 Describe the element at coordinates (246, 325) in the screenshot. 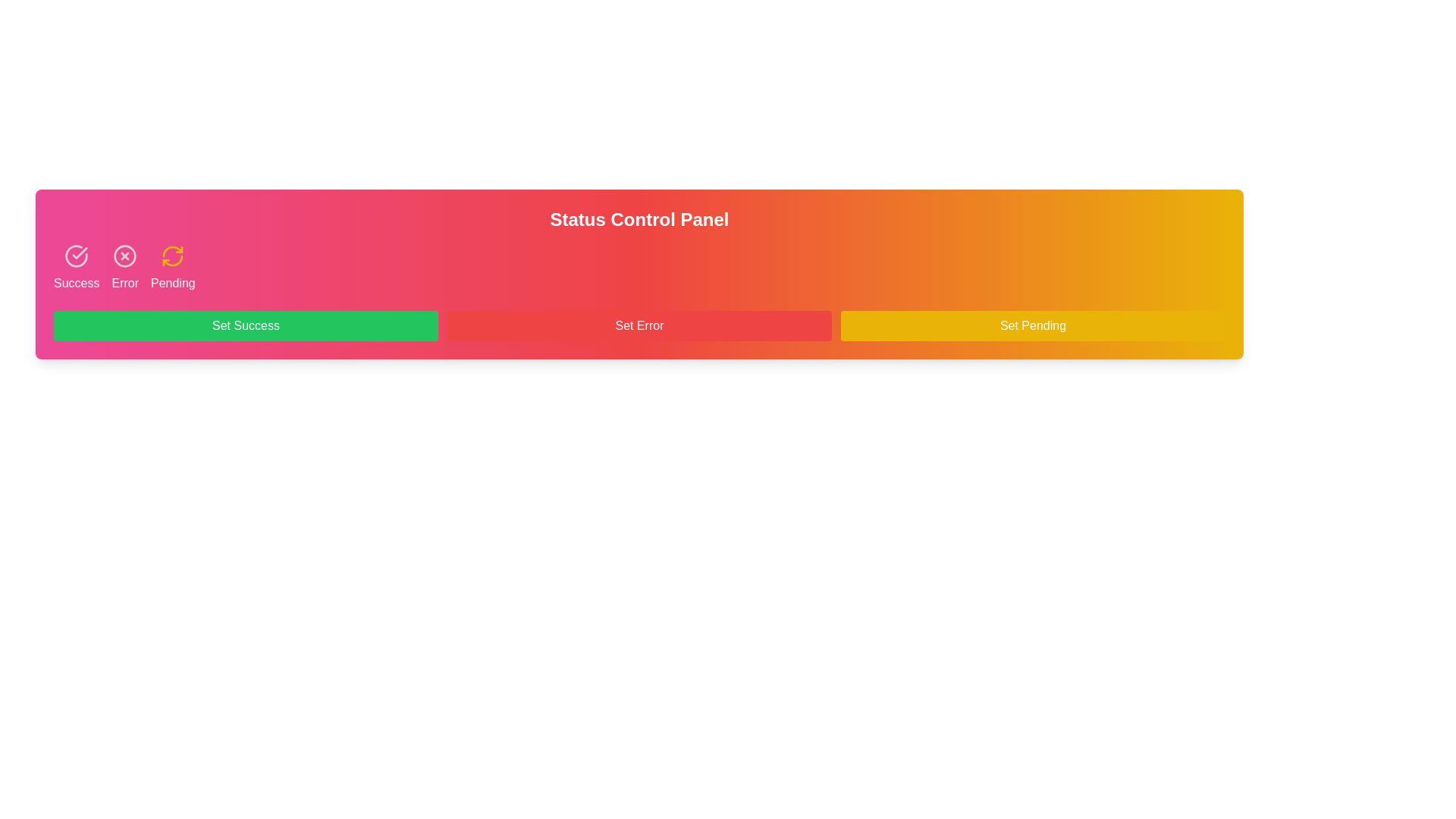

I see `the 'Set Success' button, which is the first button in a group of three, featuring white text on a green background with rounded corners` at that location.